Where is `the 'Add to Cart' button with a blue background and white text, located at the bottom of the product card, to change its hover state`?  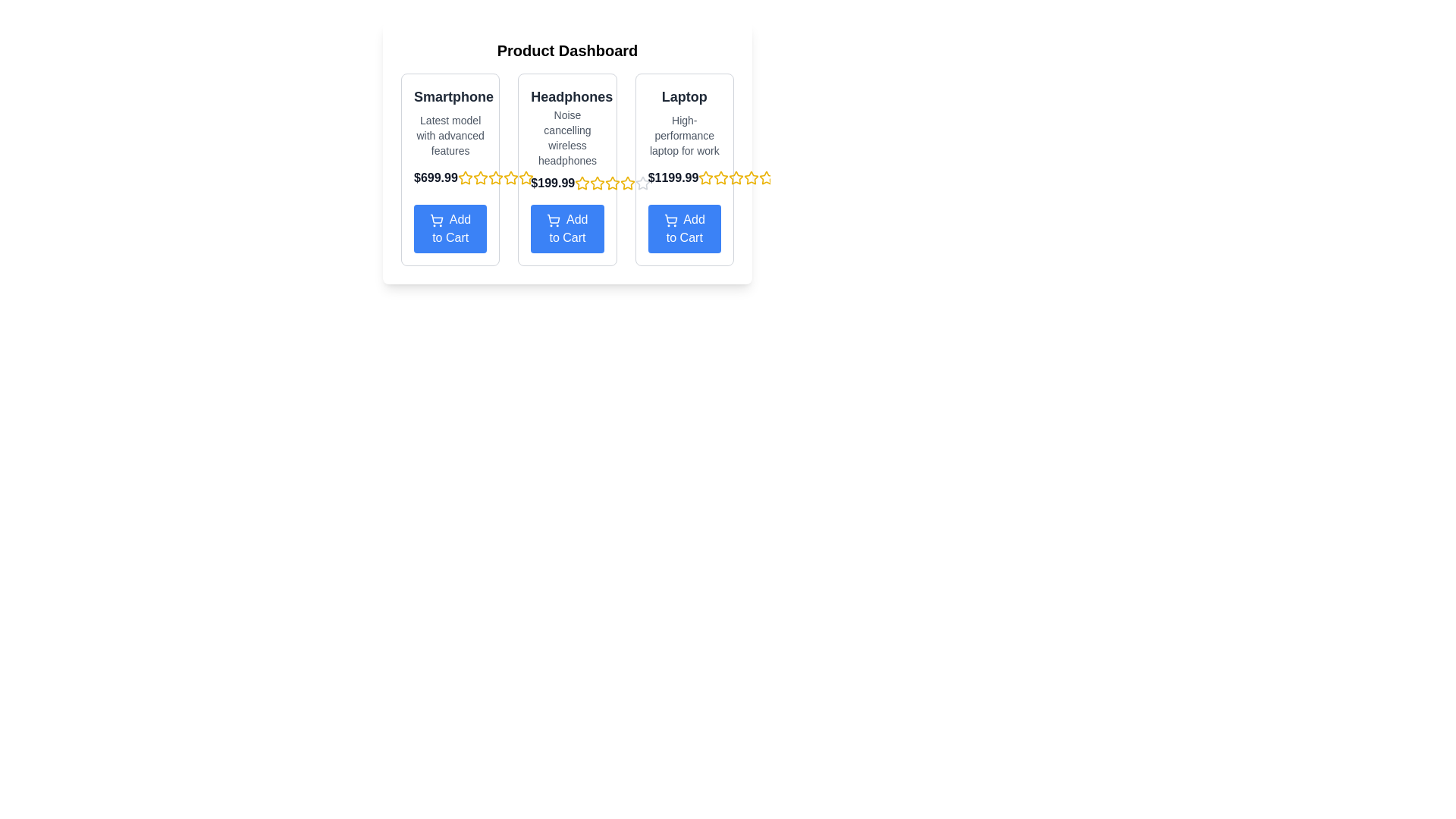 the 'Add to Cart' button with a blue background and white text, located at the bottom of the product card, to change its hover state is located at coordinates (450, 228).